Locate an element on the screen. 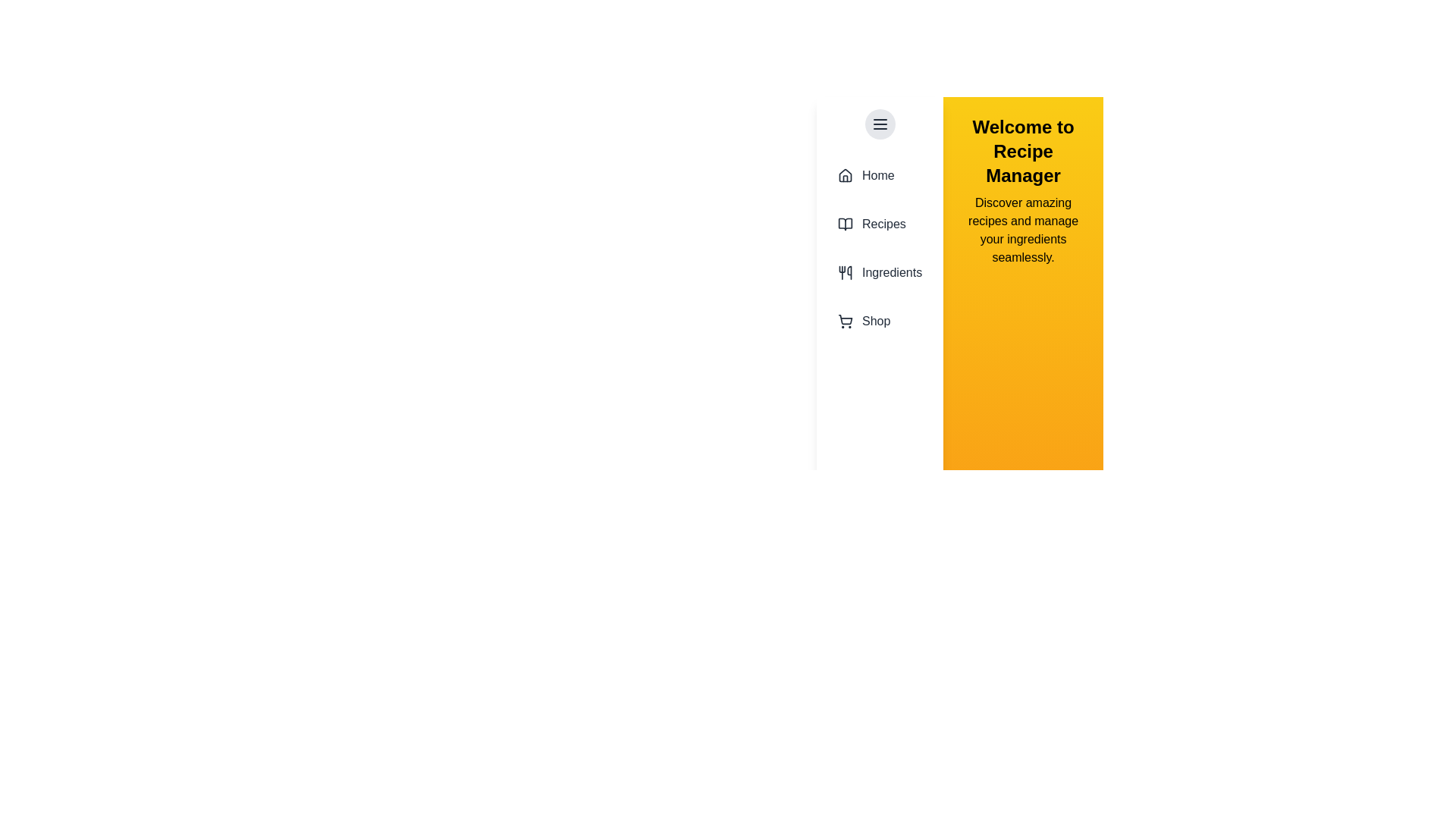 This screenshot has width=1456, height=819. the drawer item labeled Ingredients to reveal additional information is located at coordinates (880, 271).